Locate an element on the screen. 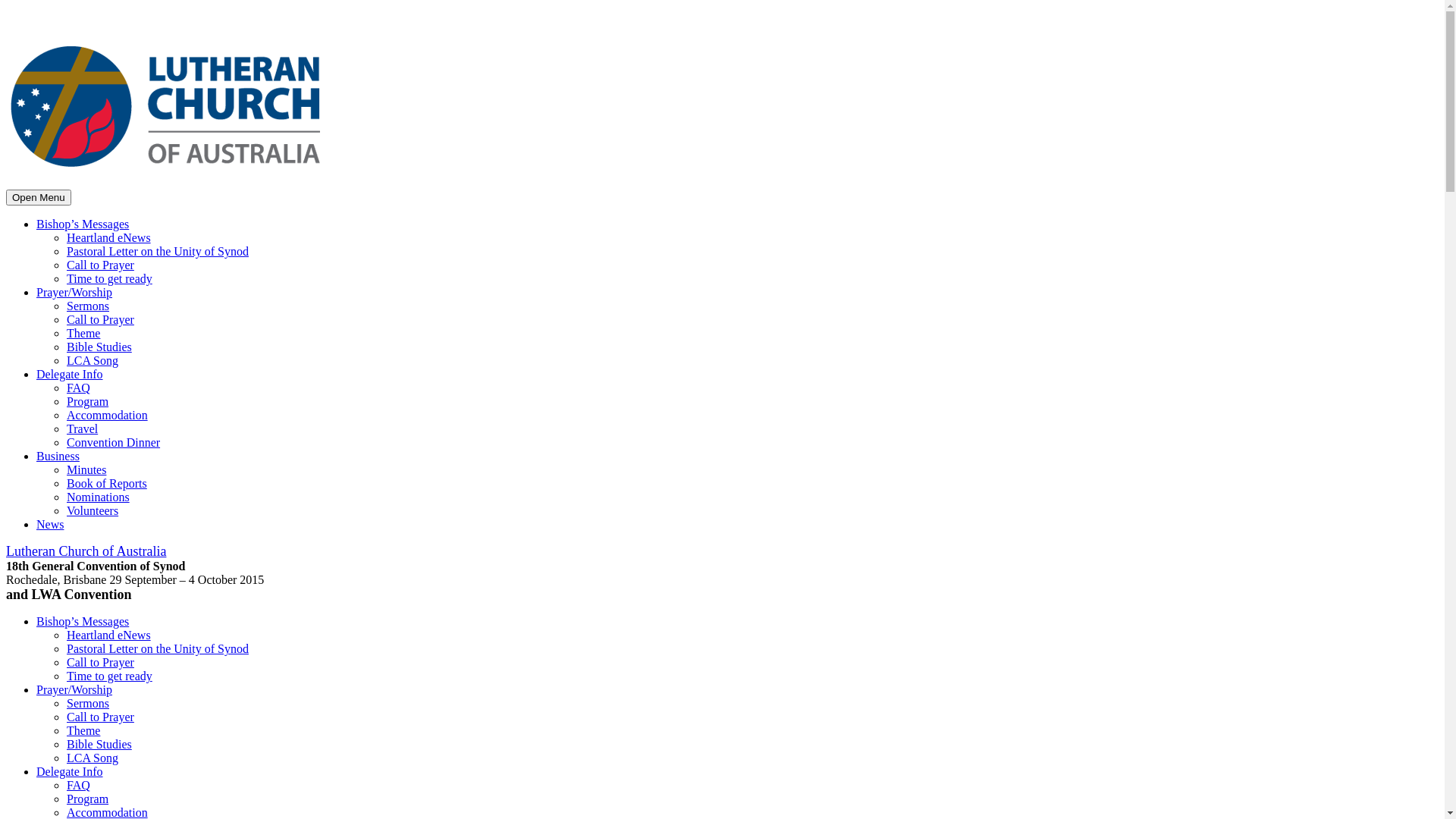 This screenshot has width=1456, height=819. 'Delegate Info' is located at coordinates (68, 771).